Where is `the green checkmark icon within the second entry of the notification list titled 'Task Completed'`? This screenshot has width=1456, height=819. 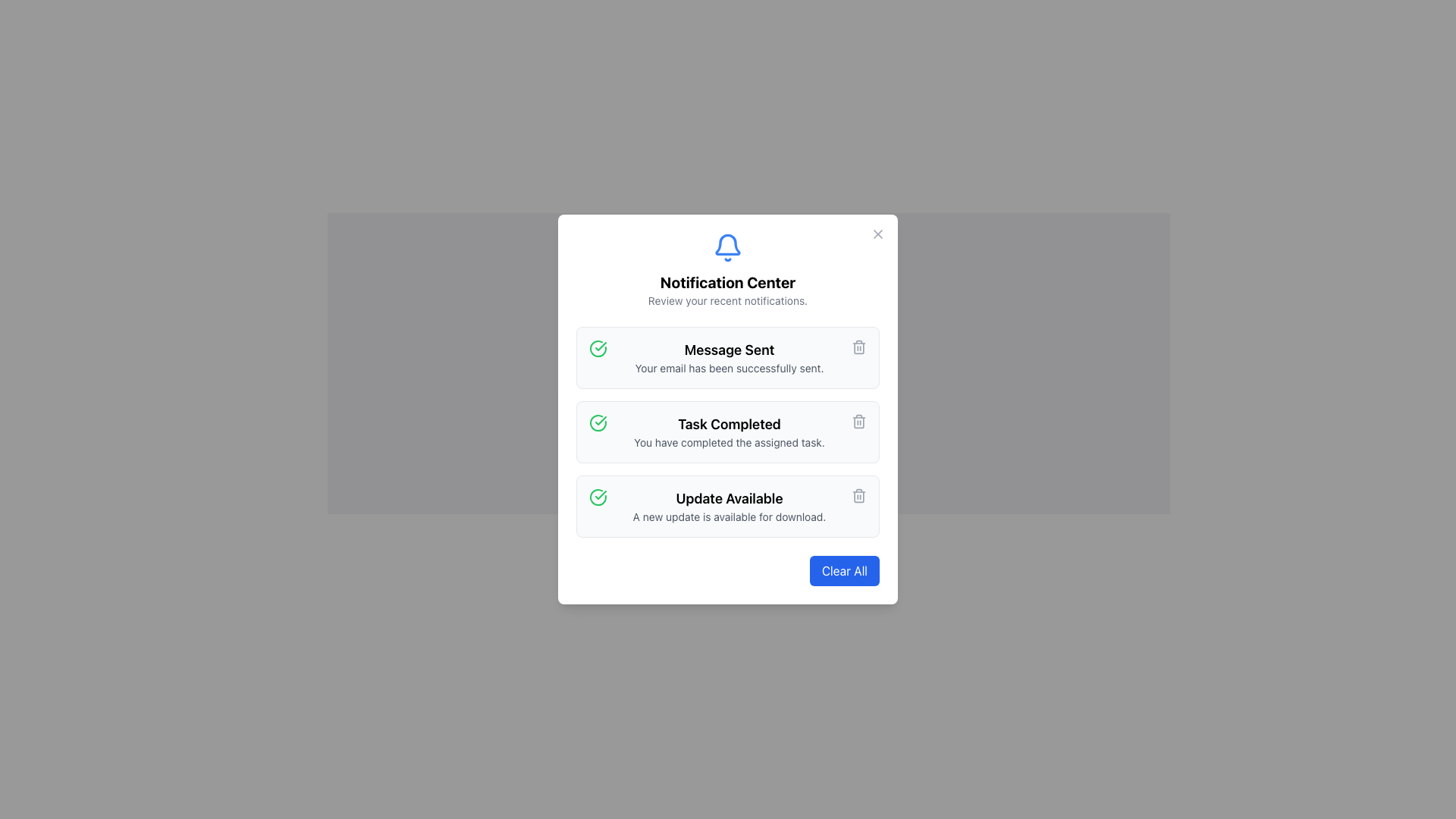 the green checkmark icon within the second entry of the notification list titled 'Task Completed' is located at coordinates (600, 494).